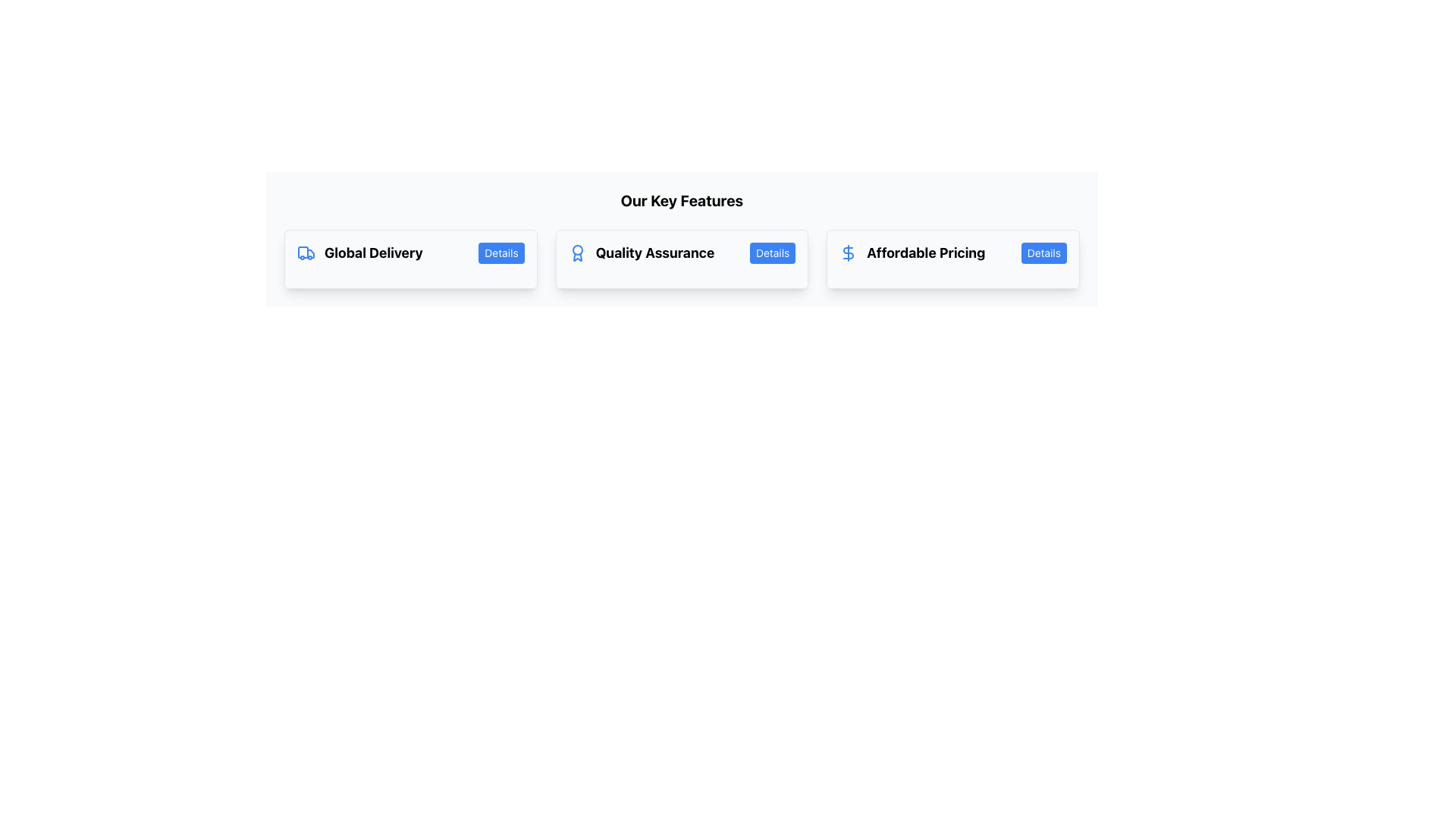 The width and height of the screenshot is (1456, 819). Describe the element at coordinates (681, 200) in the screenshot. I see `the bold, black text reading 'Our Key Features' that is centrally aligned and prominently placed at the top of a section with a light gray background` at that location.